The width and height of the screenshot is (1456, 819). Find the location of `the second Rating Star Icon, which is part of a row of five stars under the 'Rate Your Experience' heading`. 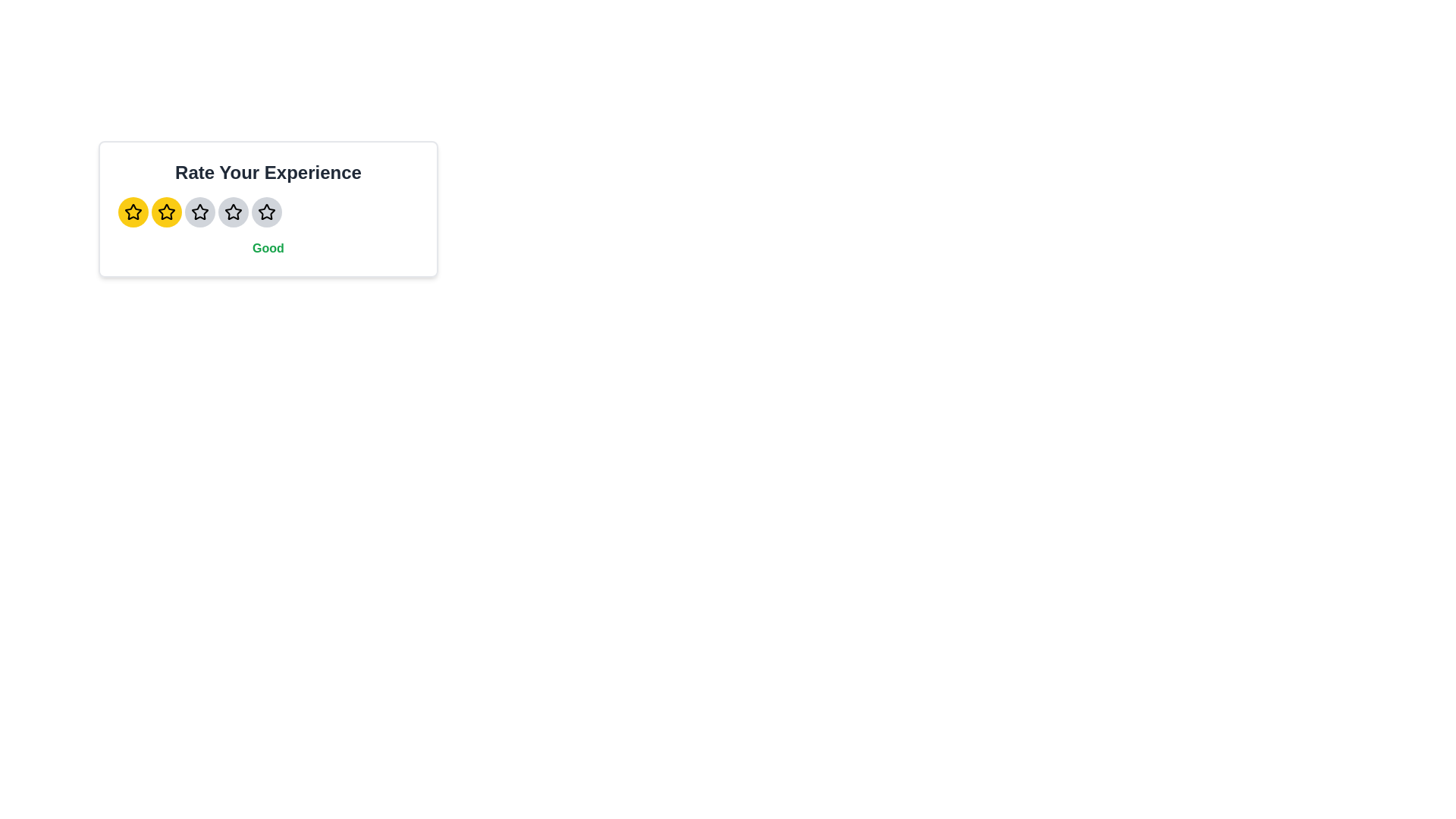

the second Rating Star Icon, which is part of a row of five stars under the 'Rate Your Experience' heading is located at coordinates (199, 212).